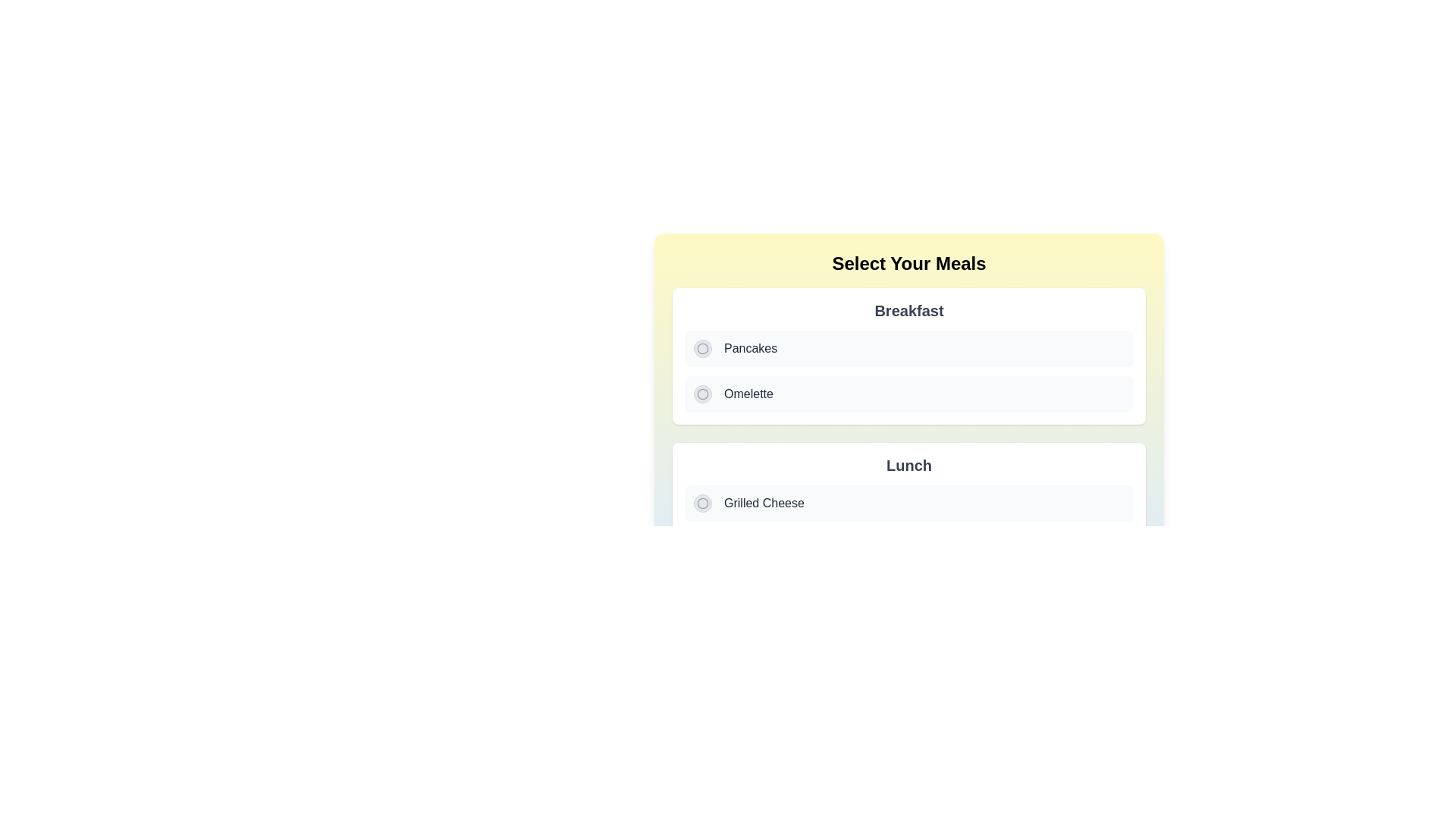 This screenshot has width=1456, height=819. Describe the element at coordinates (701, 503) in the screenshot. I see `the radio button` at that location.